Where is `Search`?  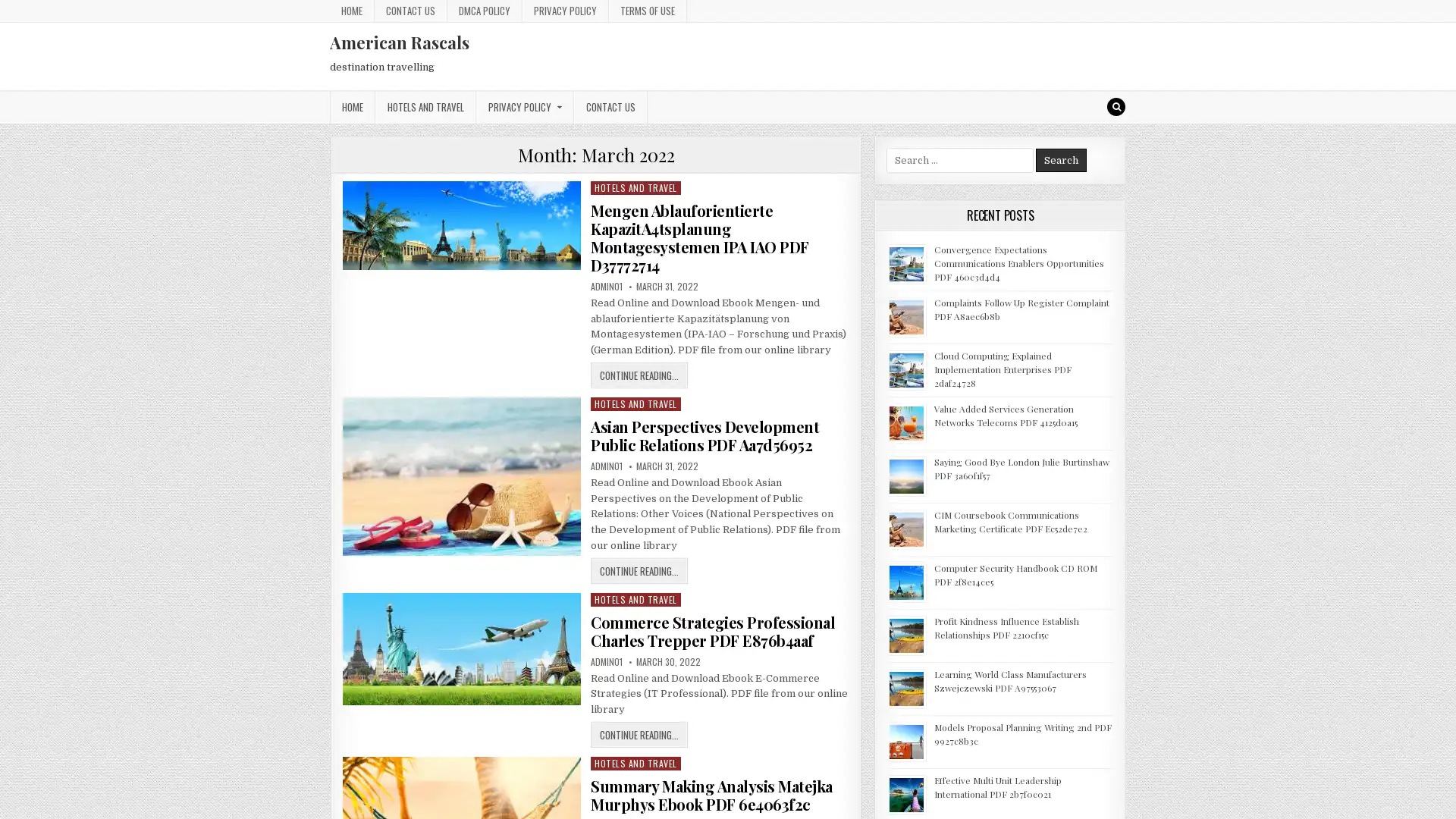 Search is located at coordinates (1060, 160).